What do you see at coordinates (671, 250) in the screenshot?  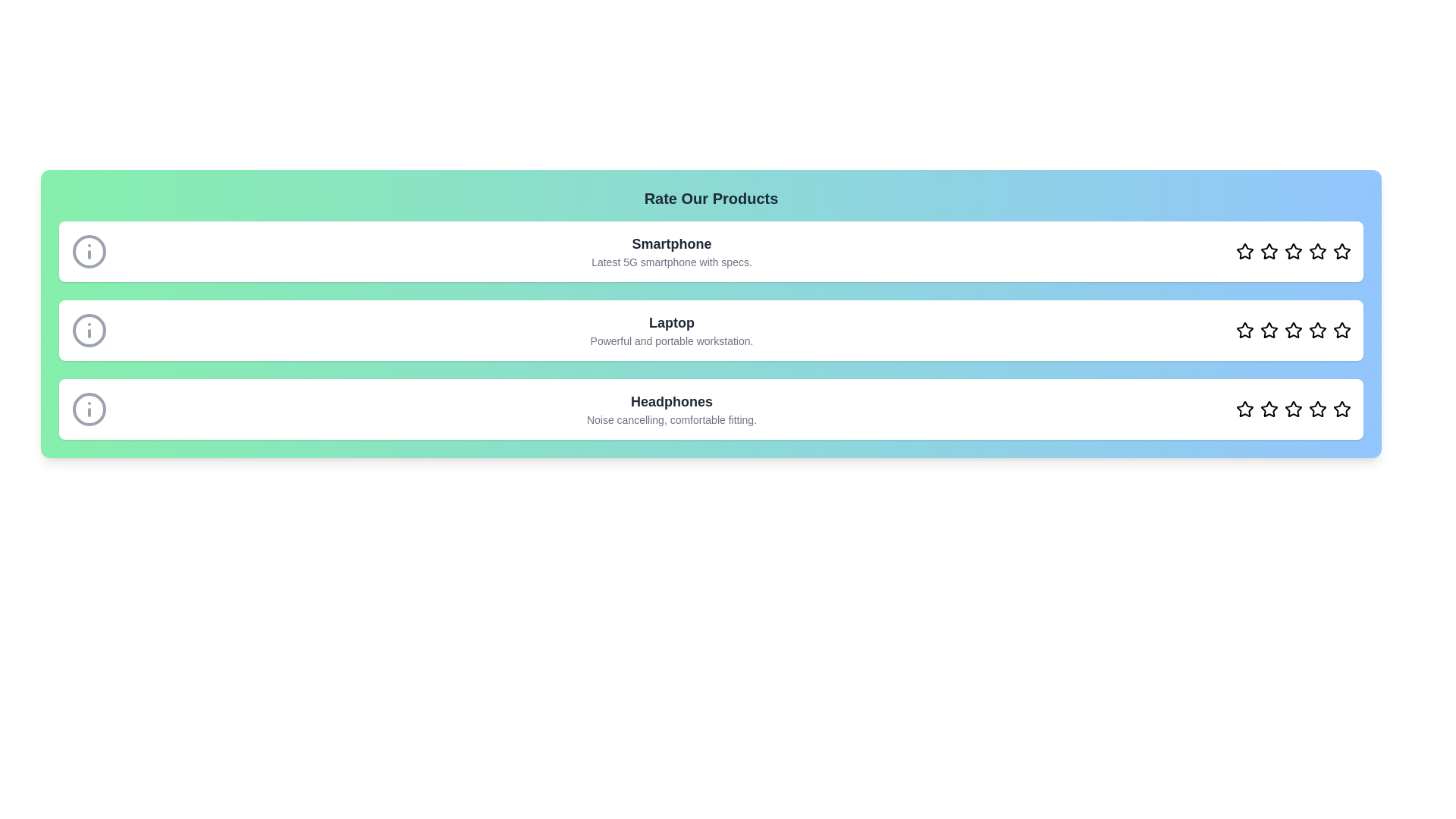 I see `product name 'Smartphone' and description 'Latest 5G smartphone with specs.' from the informational display box located below the header 'Rate Our Products'` at bounding box center [671, 250].